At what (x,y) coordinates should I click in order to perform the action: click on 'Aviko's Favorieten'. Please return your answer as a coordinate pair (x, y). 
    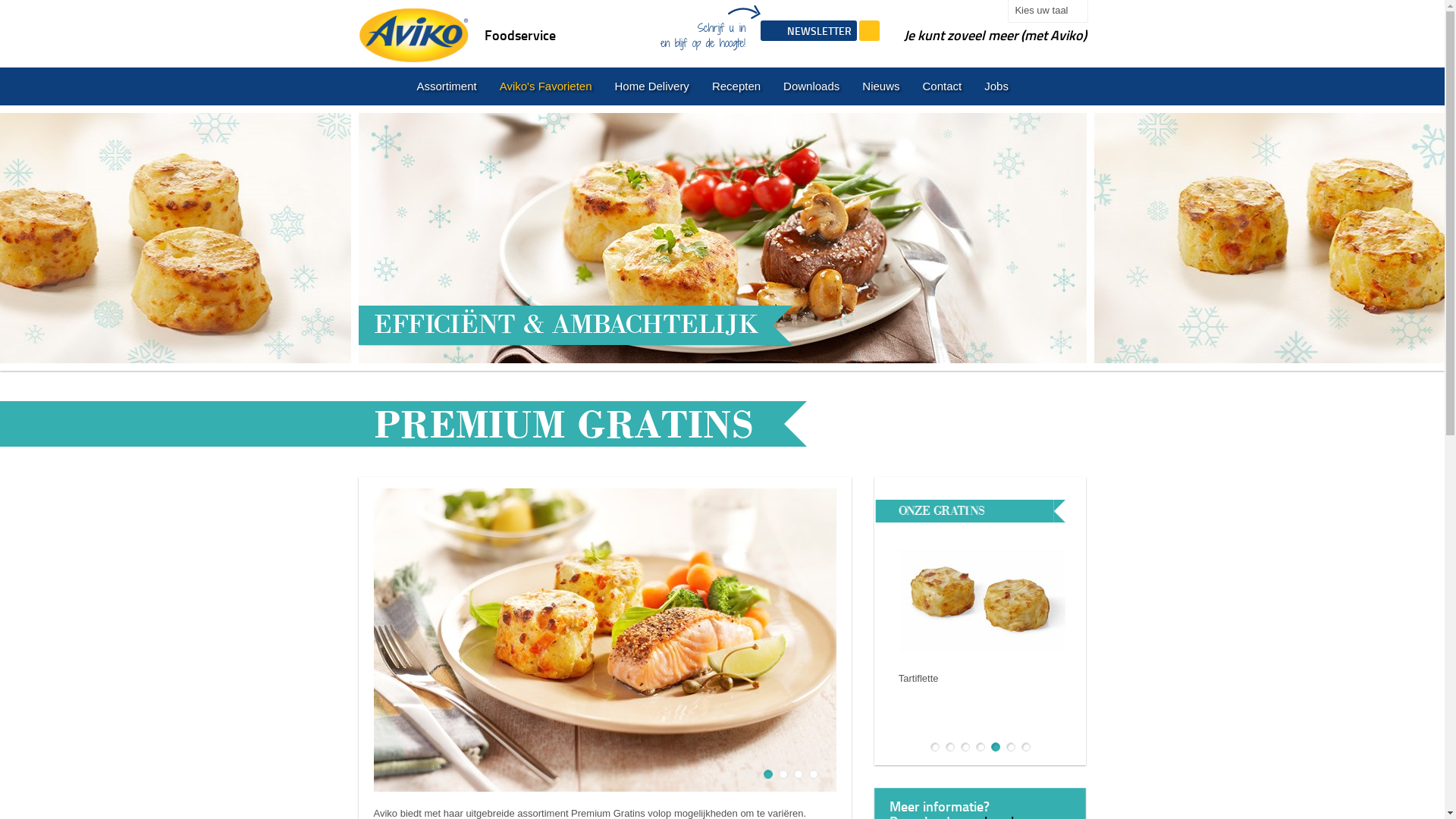
    Looking at the image, I should click on (546, 86).